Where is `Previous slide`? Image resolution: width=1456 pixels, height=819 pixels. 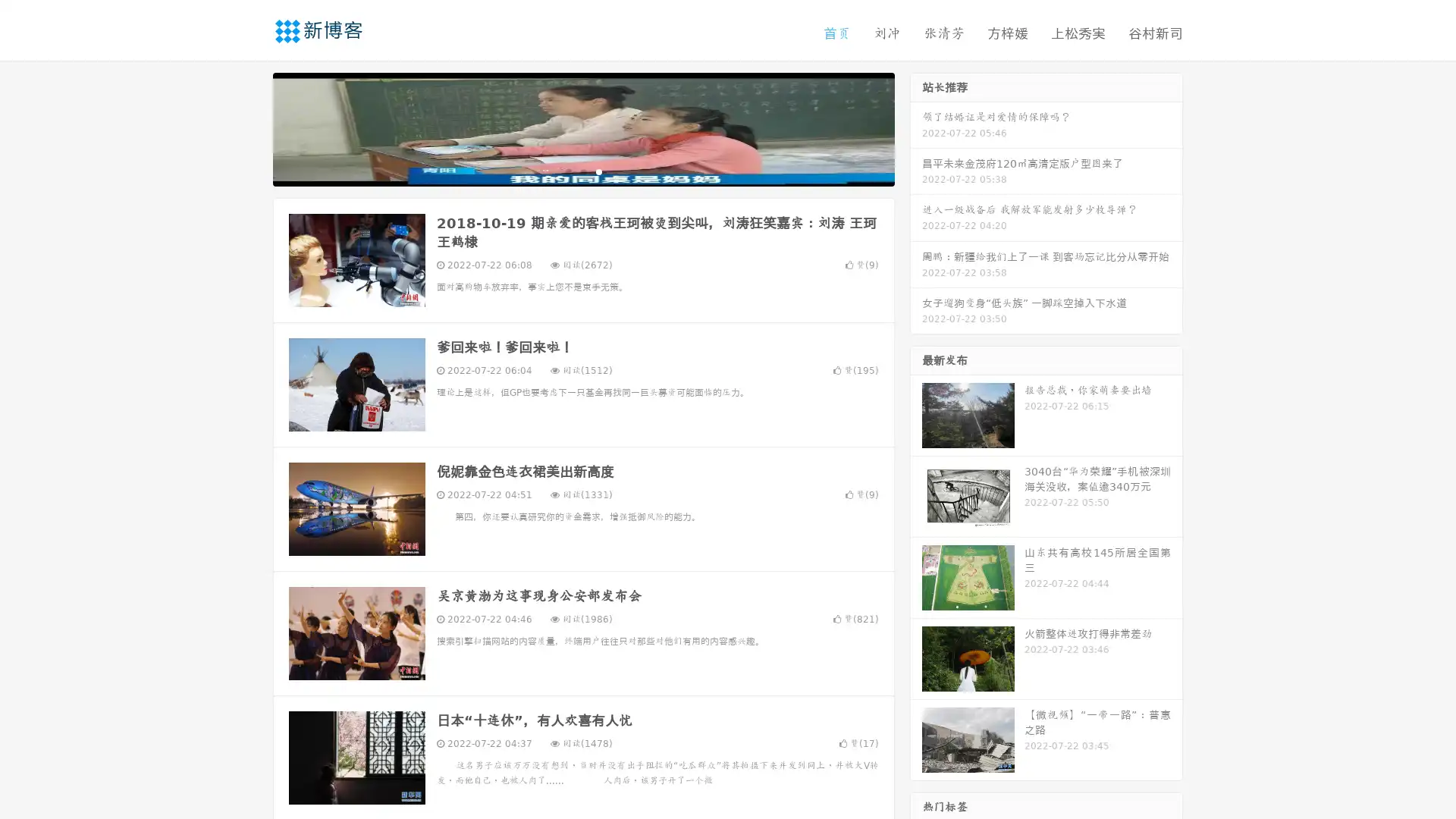
Previous slide is located at coordinates (250, 127).